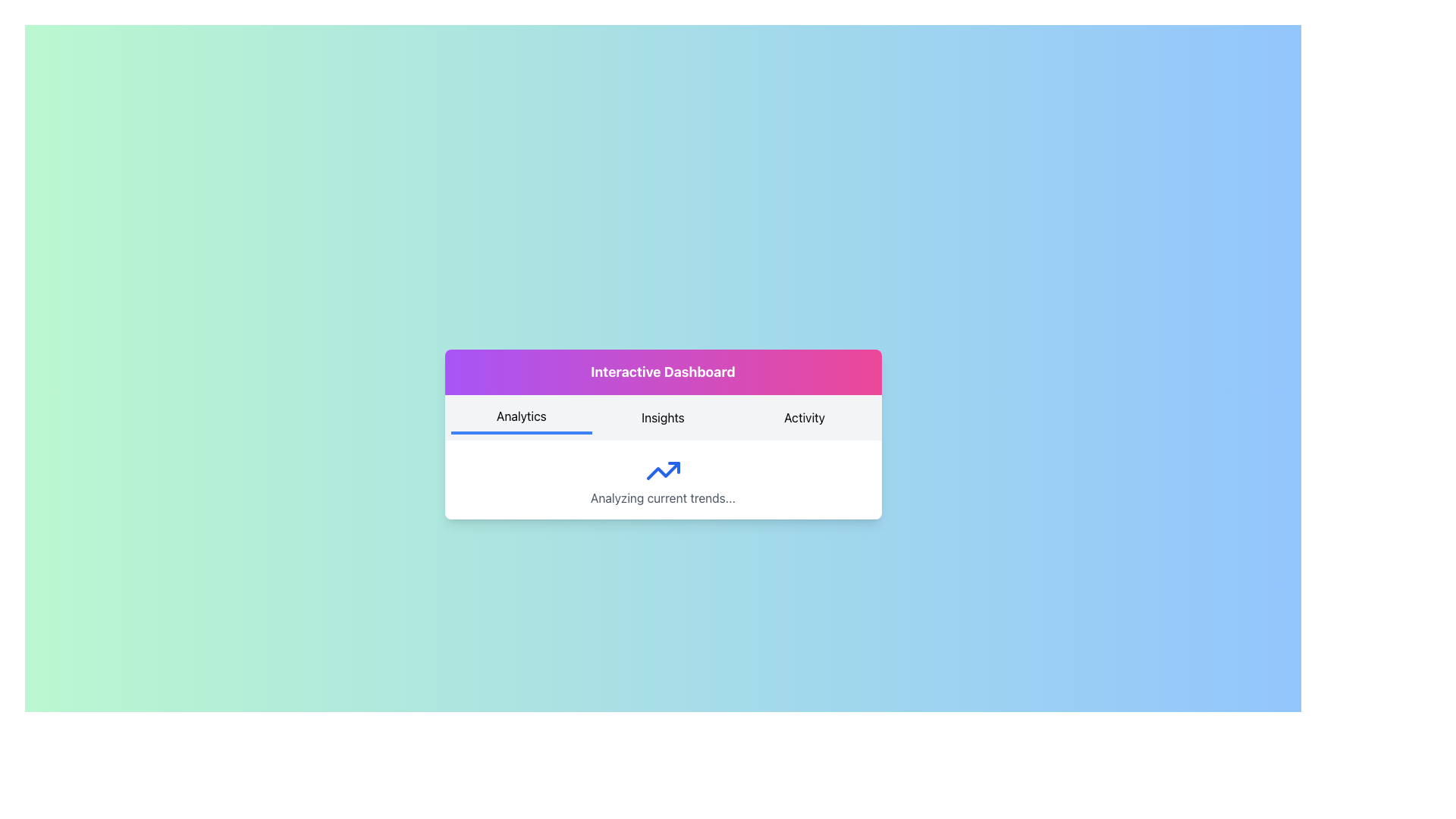 The width and height of the screenshot is (1456, 819). What do you see at coordinates (663, 372) in the screenshot?
I see `the title text element that provides context for the section or card it resides in` at bounding box center [663, 372].